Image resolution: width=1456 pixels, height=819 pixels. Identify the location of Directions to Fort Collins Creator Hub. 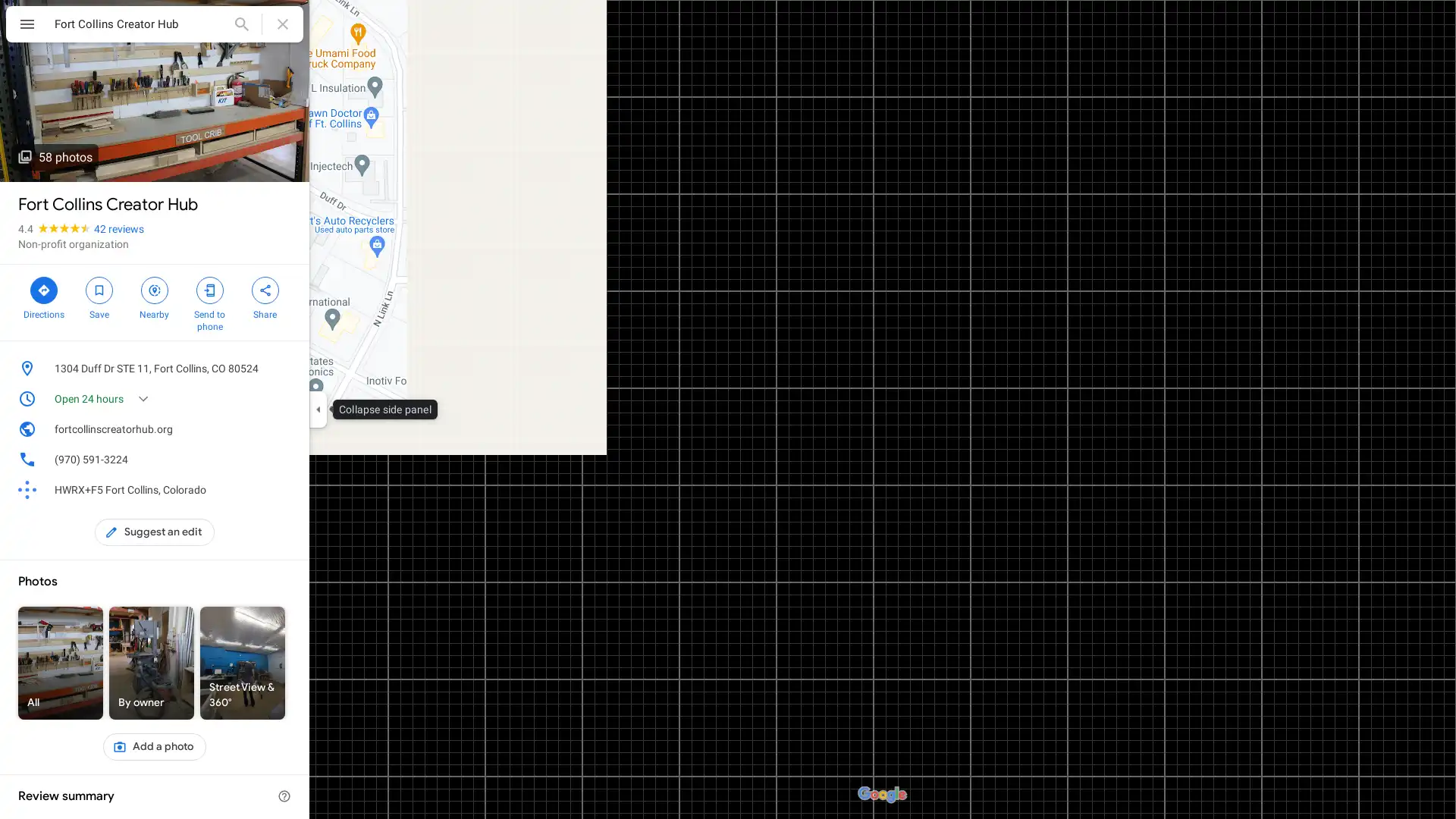
(43, 296).